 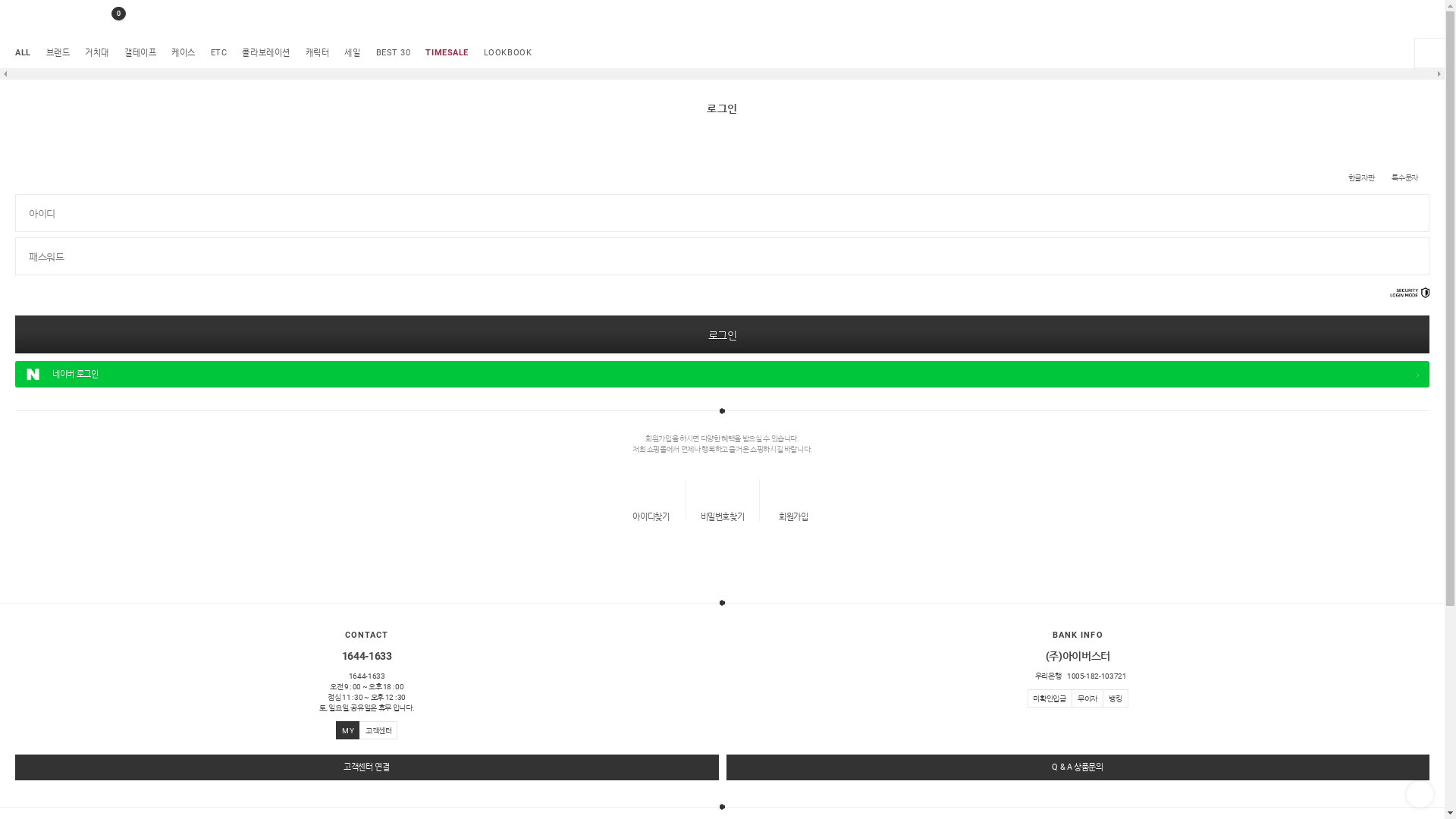 What do you see at coordinates (446, 52) in the screenshot?
I see `'TIMESALE'` at bounding box center [446, 52].